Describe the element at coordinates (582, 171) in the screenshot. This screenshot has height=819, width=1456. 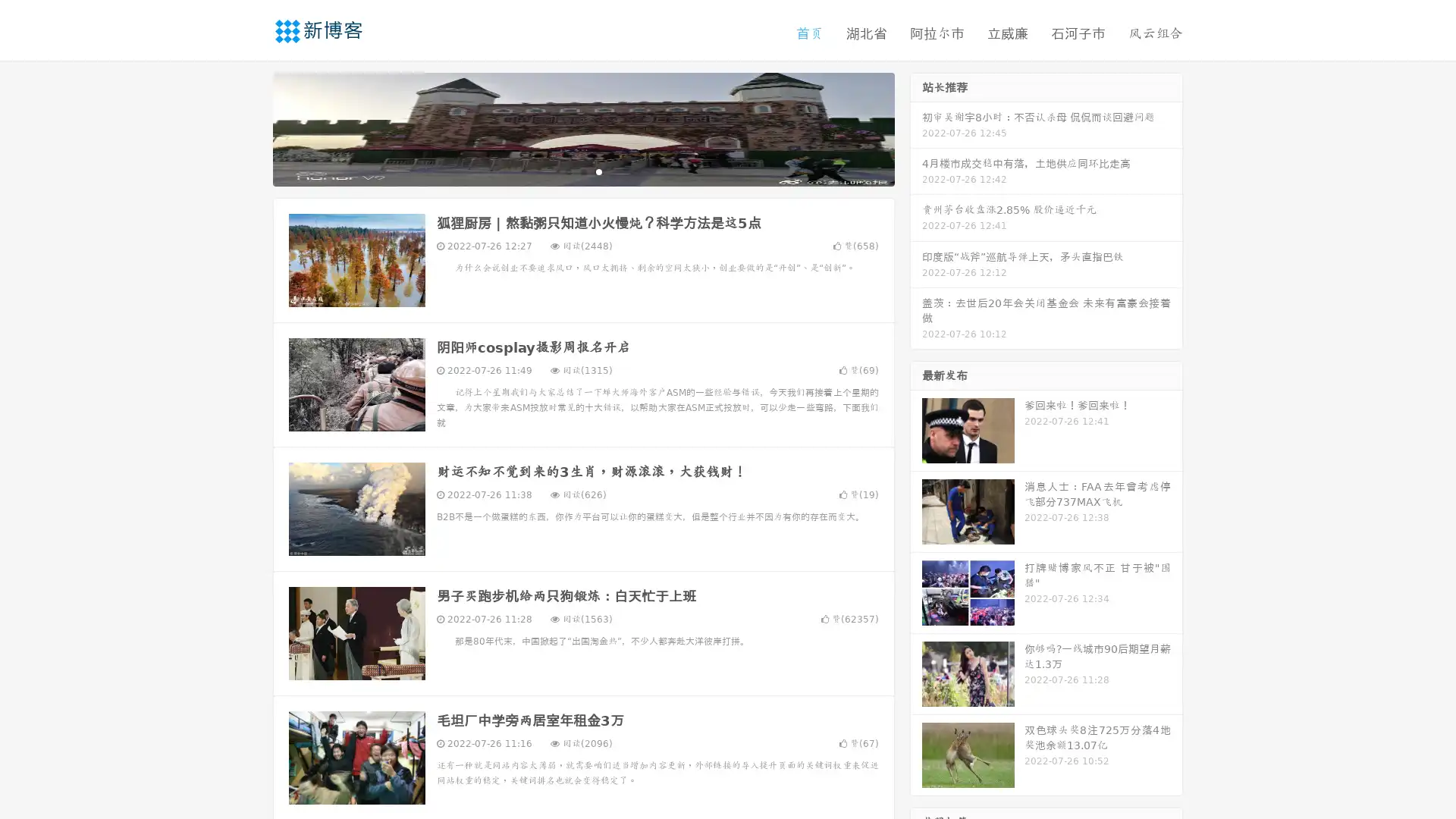
I see `Go to slide 2` at that location.